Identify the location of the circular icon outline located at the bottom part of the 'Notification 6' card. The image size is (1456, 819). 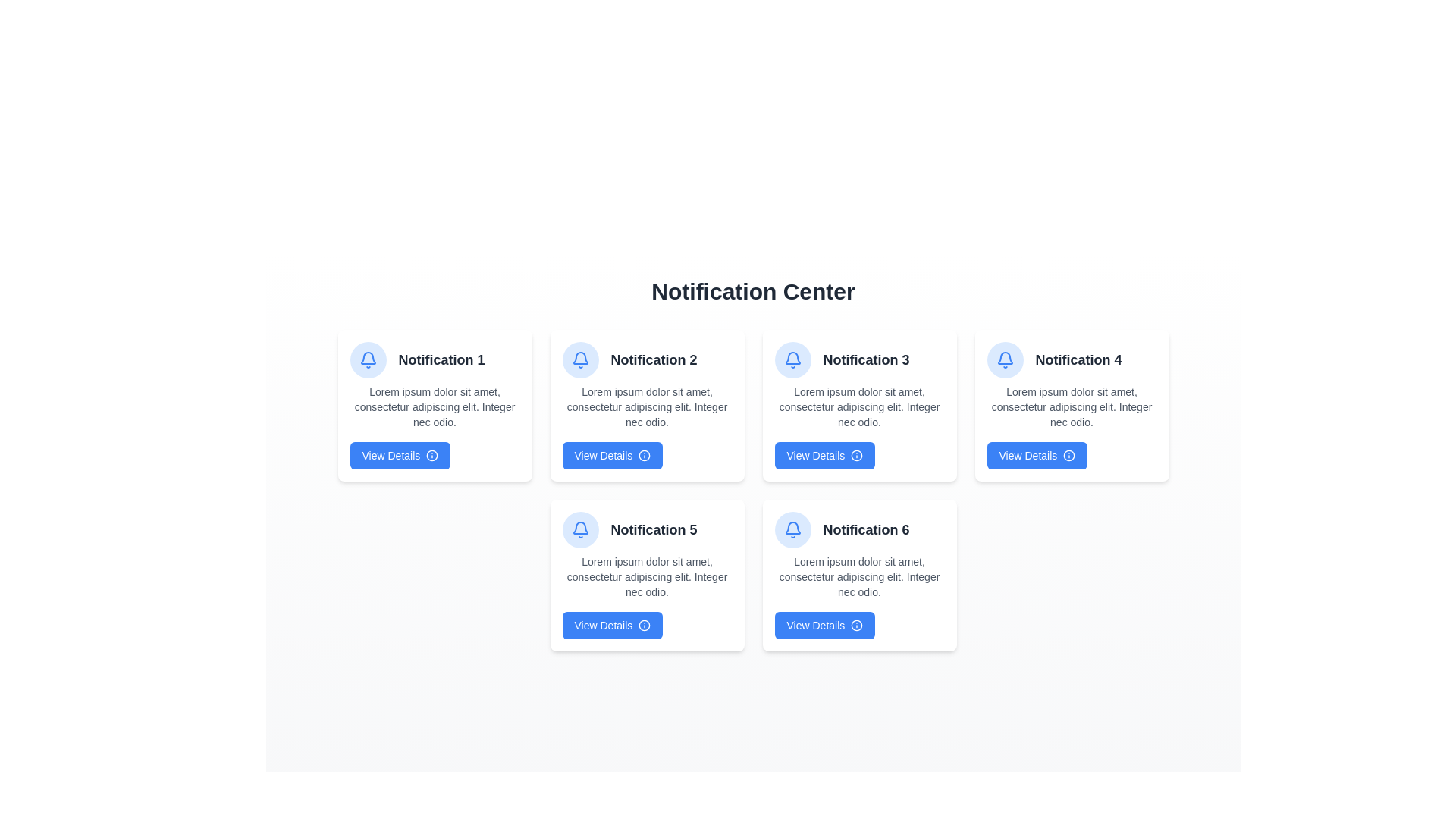
(857, 626).